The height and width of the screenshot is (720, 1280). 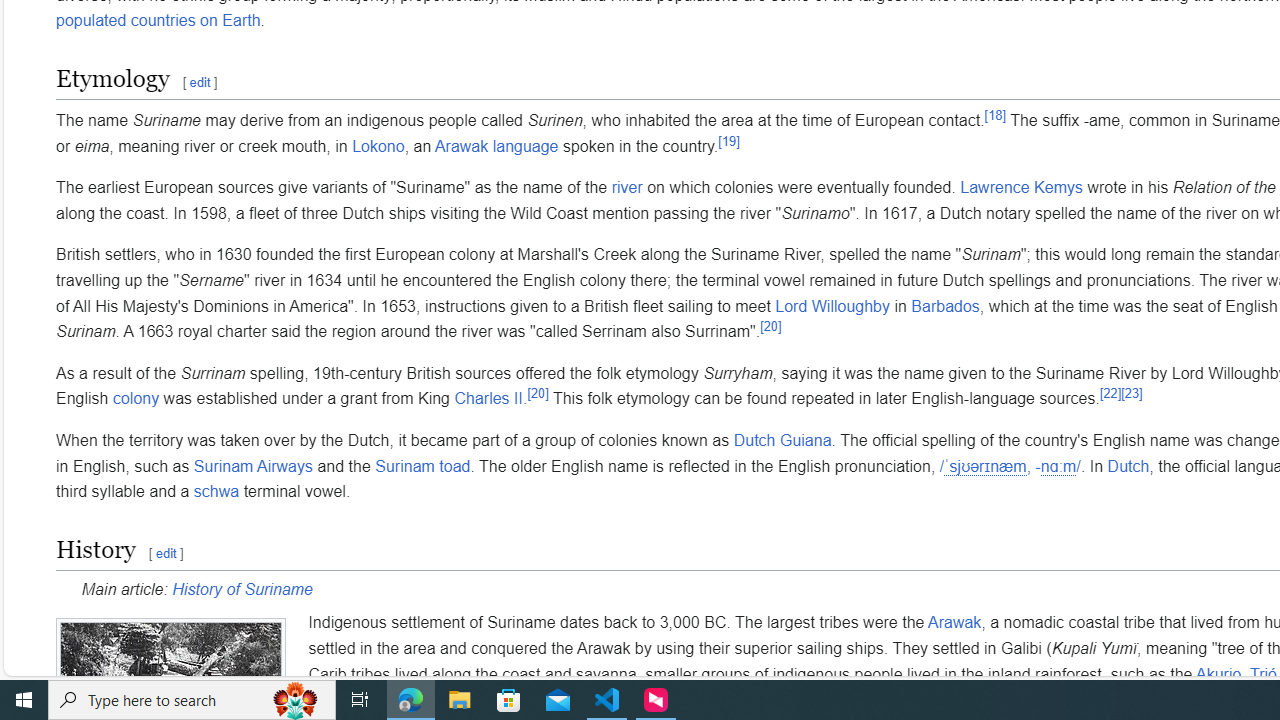 I want to click on 'History of Suriname', so click(x=241, y=588).